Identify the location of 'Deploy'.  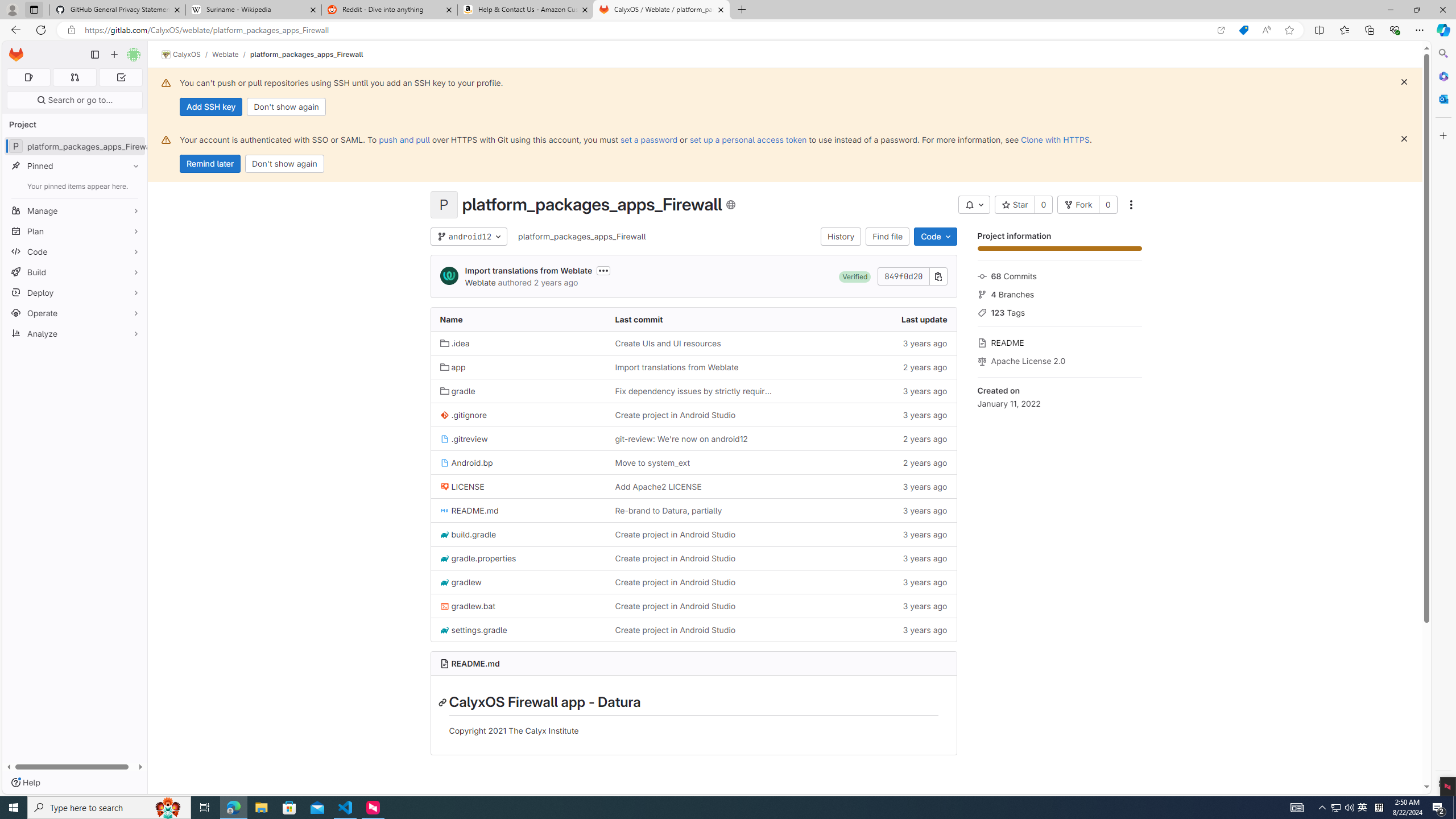
(74, 292).